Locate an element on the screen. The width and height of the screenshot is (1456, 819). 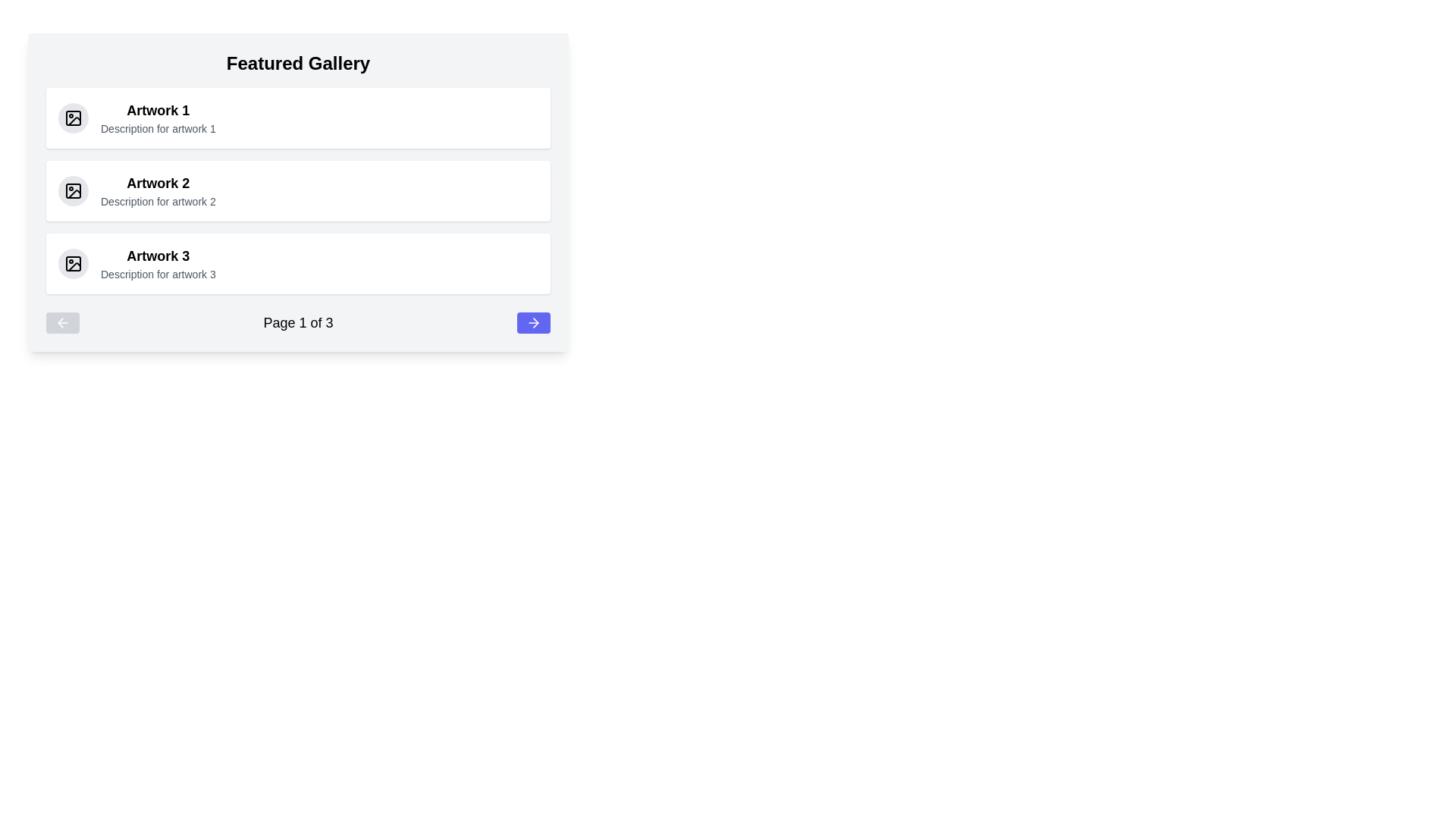
the button with a blue background and an arrow icon located at the bottom right corner of the 'Featured Gallery' card is located at coordinates (534, 322).